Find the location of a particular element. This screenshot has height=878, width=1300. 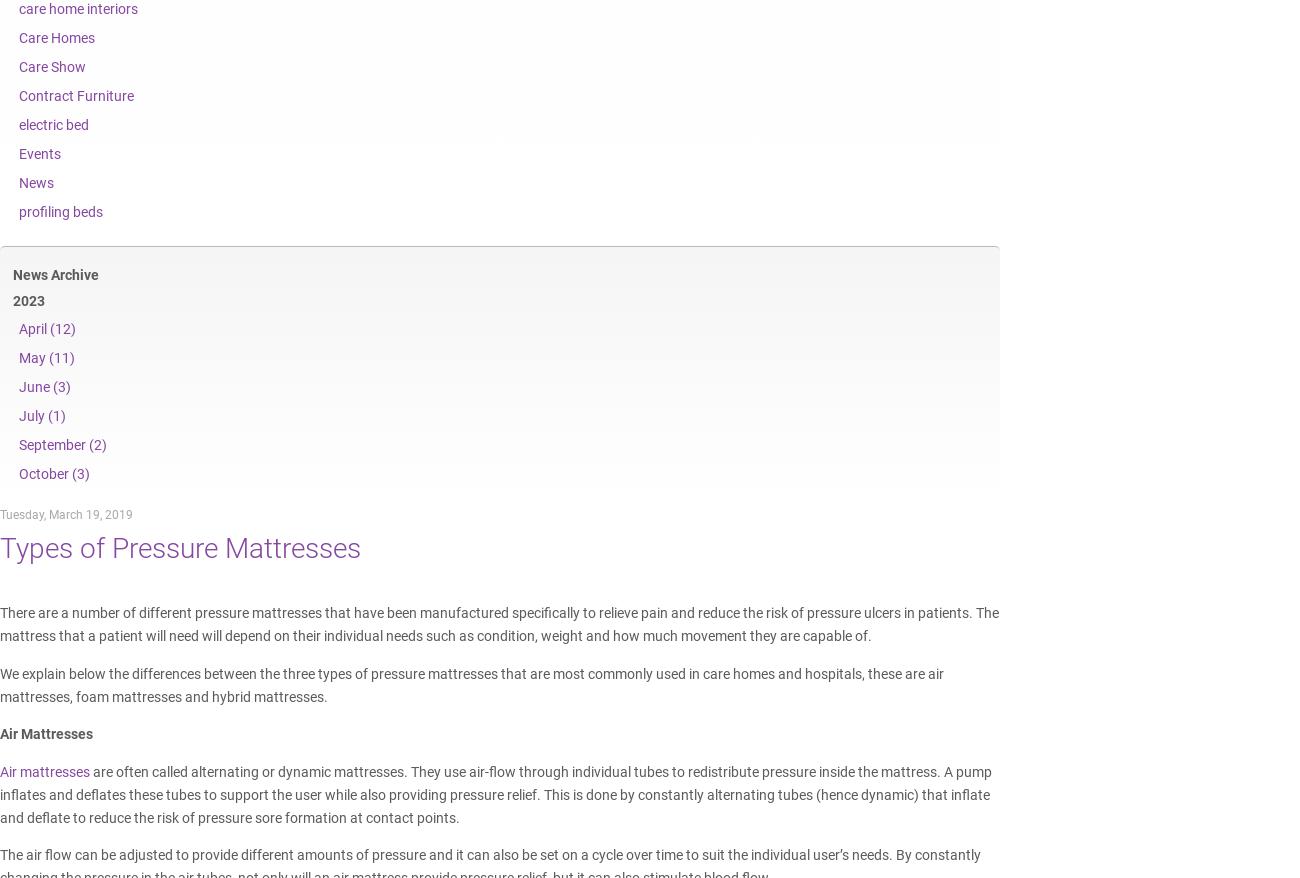

'Care Show' is located at coordinates (17, 66).